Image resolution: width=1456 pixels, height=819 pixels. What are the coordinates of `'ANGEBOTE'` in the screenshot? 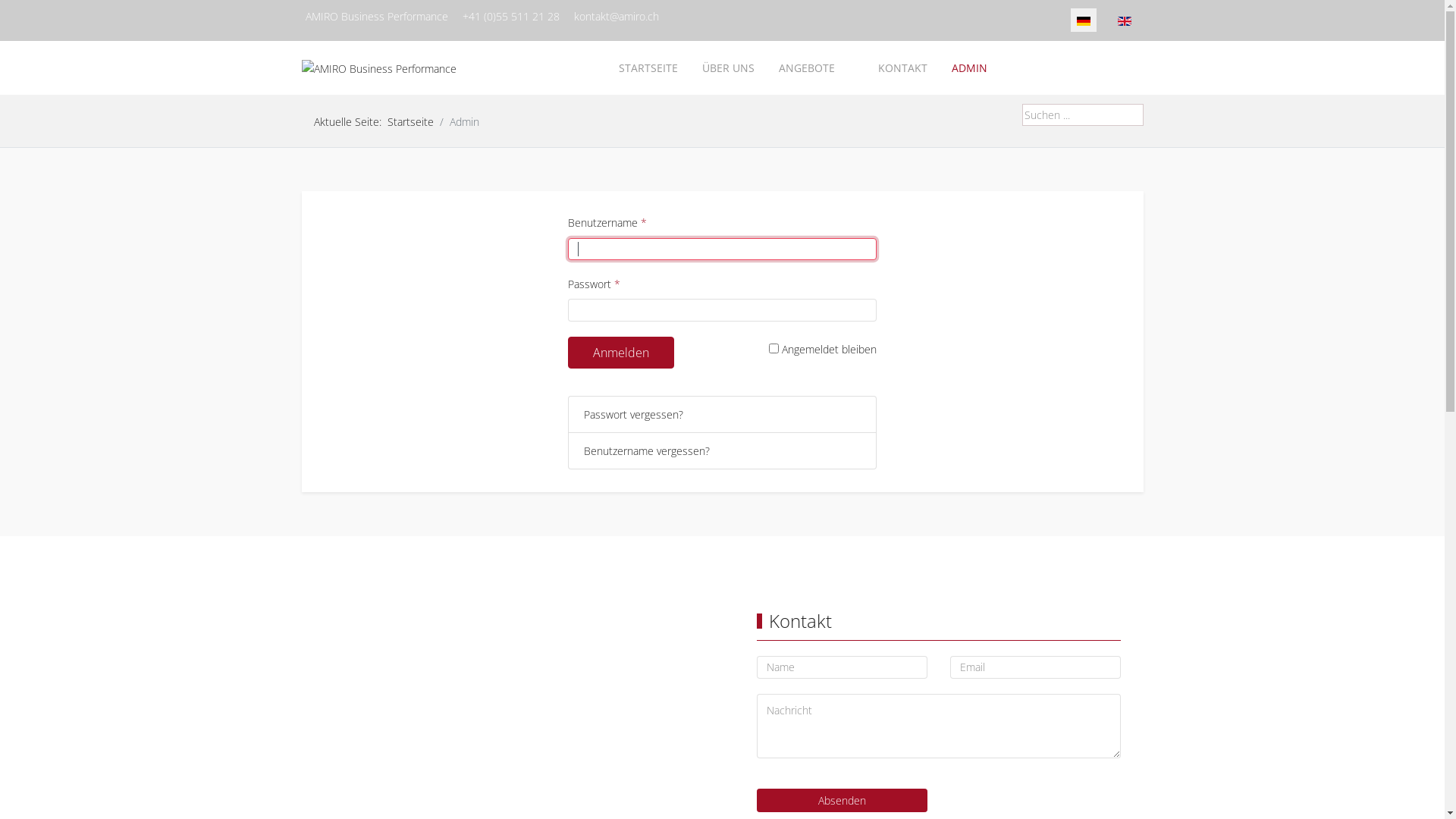 It's located at (814, 67).